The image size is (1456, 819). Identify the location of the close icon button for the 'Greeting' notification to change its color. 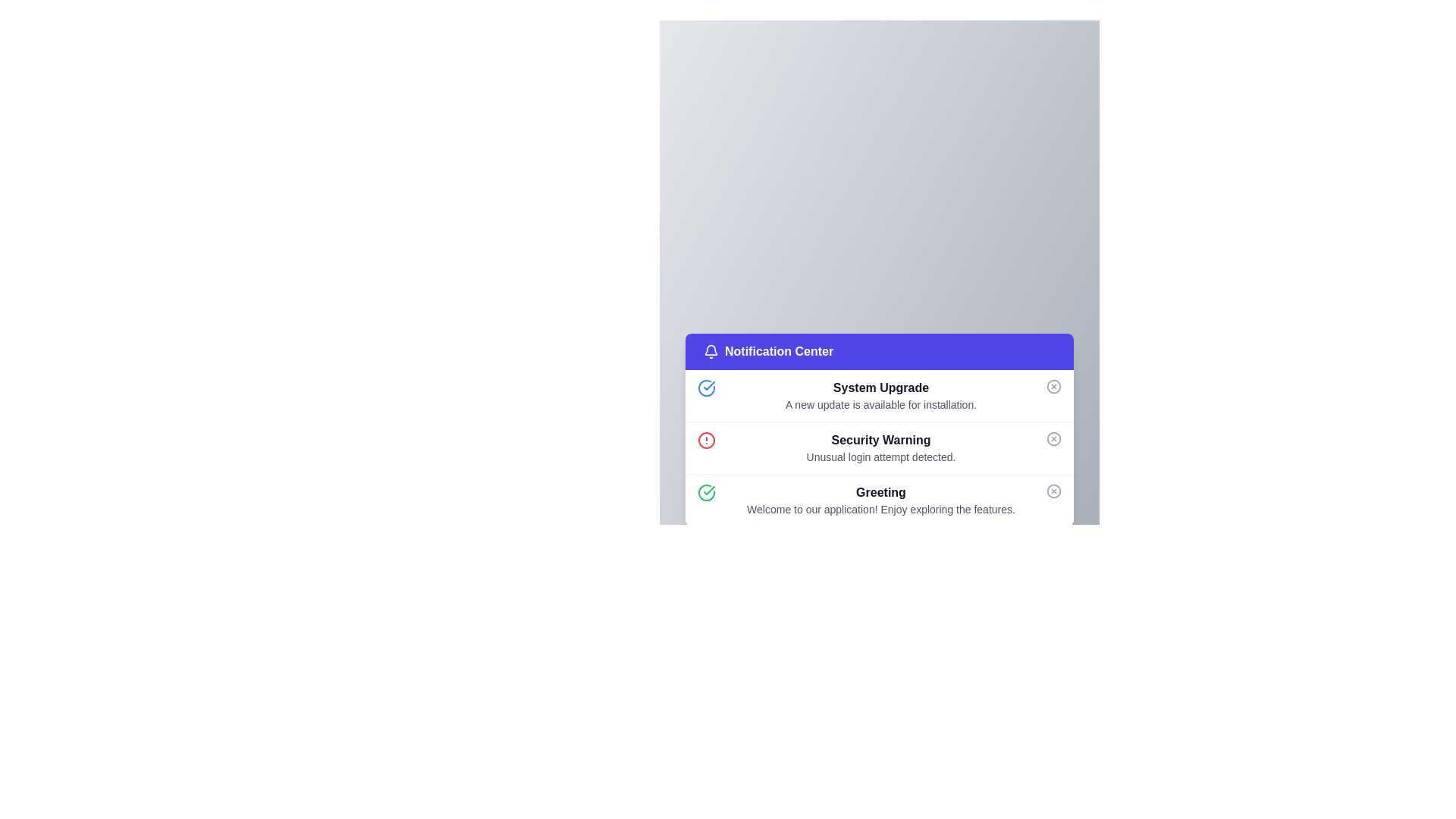
(1053, 491).